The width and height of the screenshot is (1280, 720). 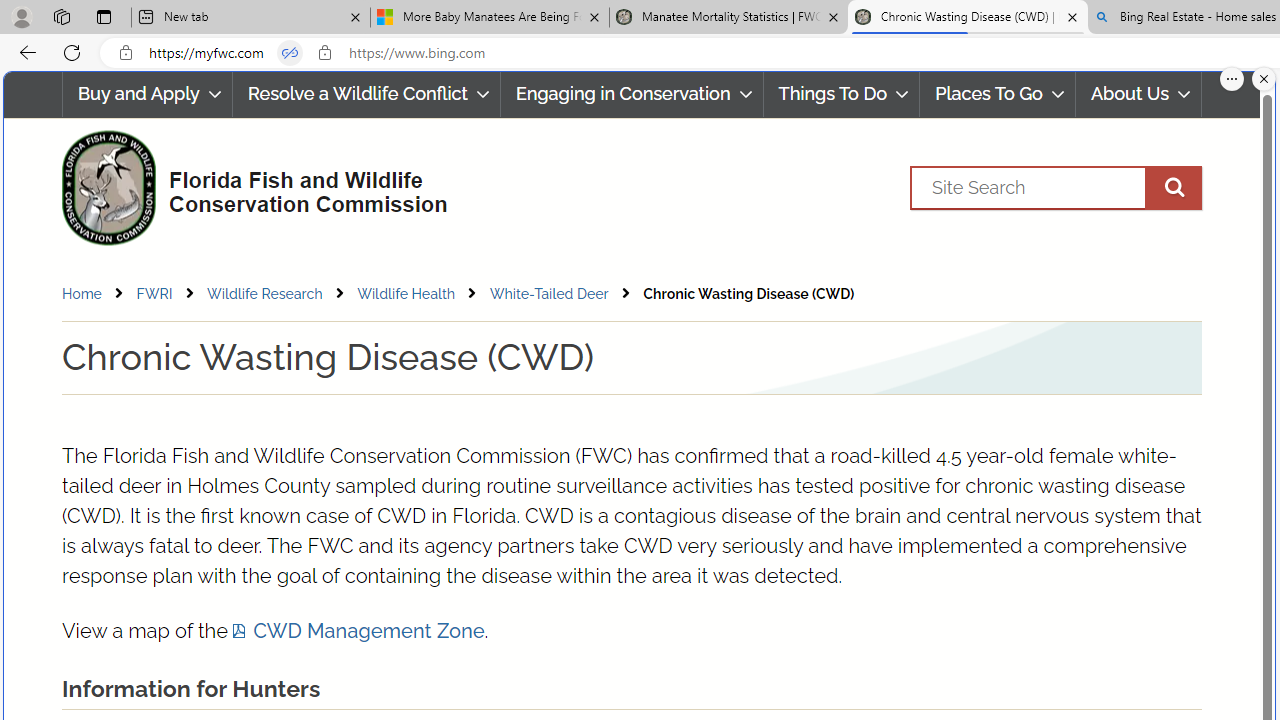 What do you see at coordinates (405, 293) in the screenshot?
I see `'Wildlife Health'` at bounding box center [405, 293].